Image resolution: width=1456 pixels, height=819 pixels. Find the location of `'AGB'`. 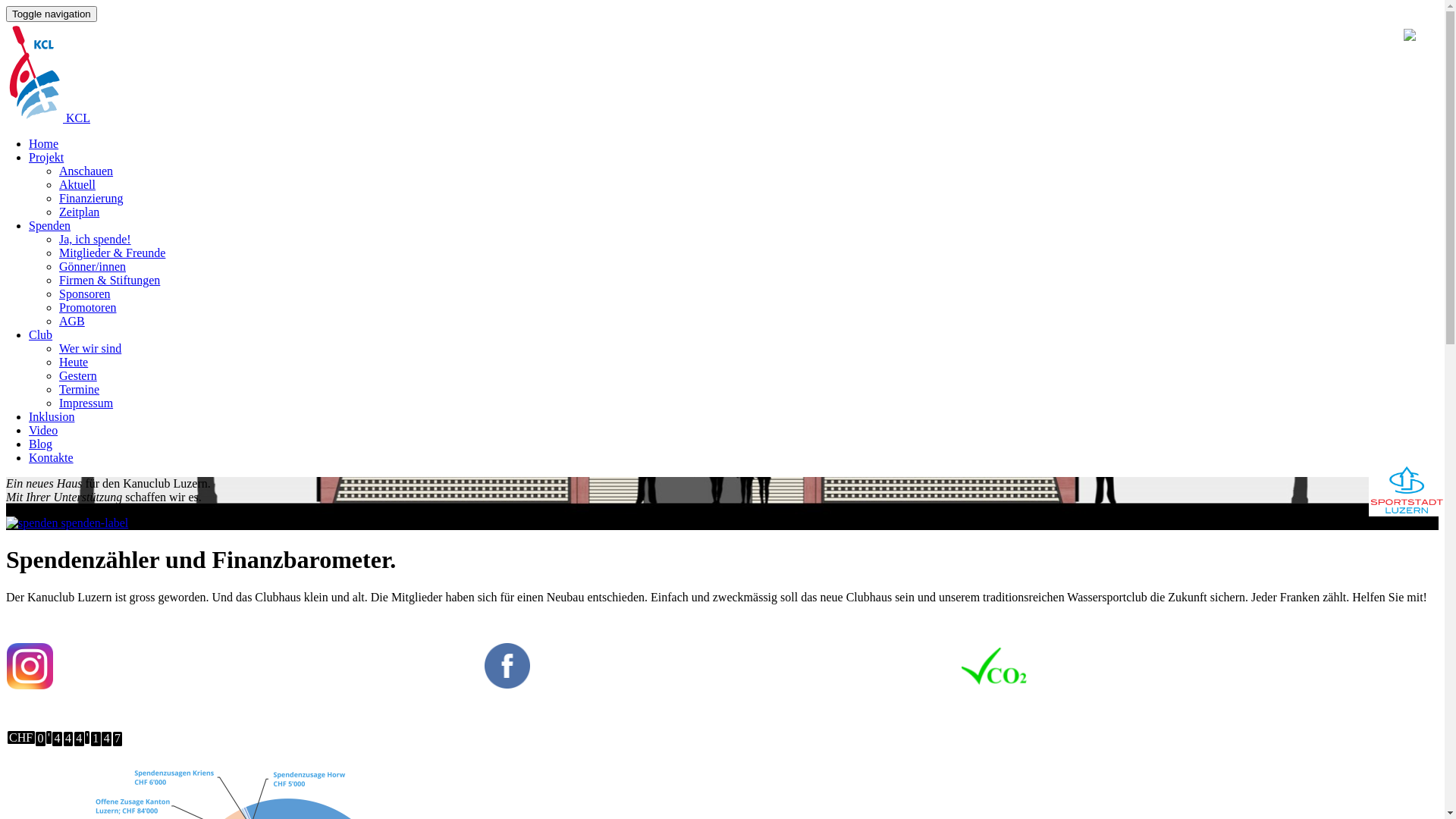

'AGB' is located at coordinates (71, 320).